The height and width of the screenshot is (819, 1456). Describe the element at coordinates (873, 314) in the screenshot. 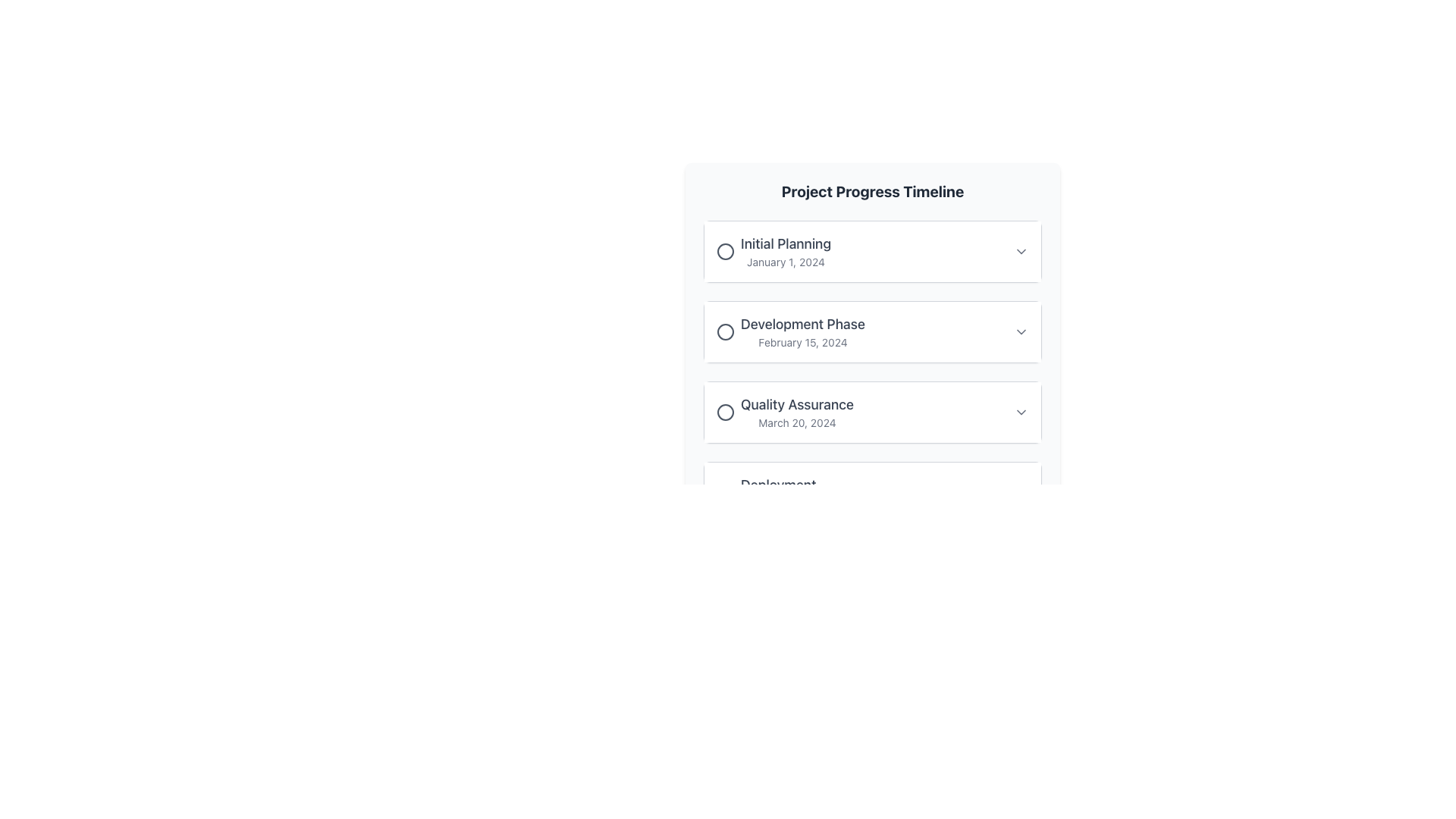

I see `the second entry of the timeline to interact with its details` at that location.